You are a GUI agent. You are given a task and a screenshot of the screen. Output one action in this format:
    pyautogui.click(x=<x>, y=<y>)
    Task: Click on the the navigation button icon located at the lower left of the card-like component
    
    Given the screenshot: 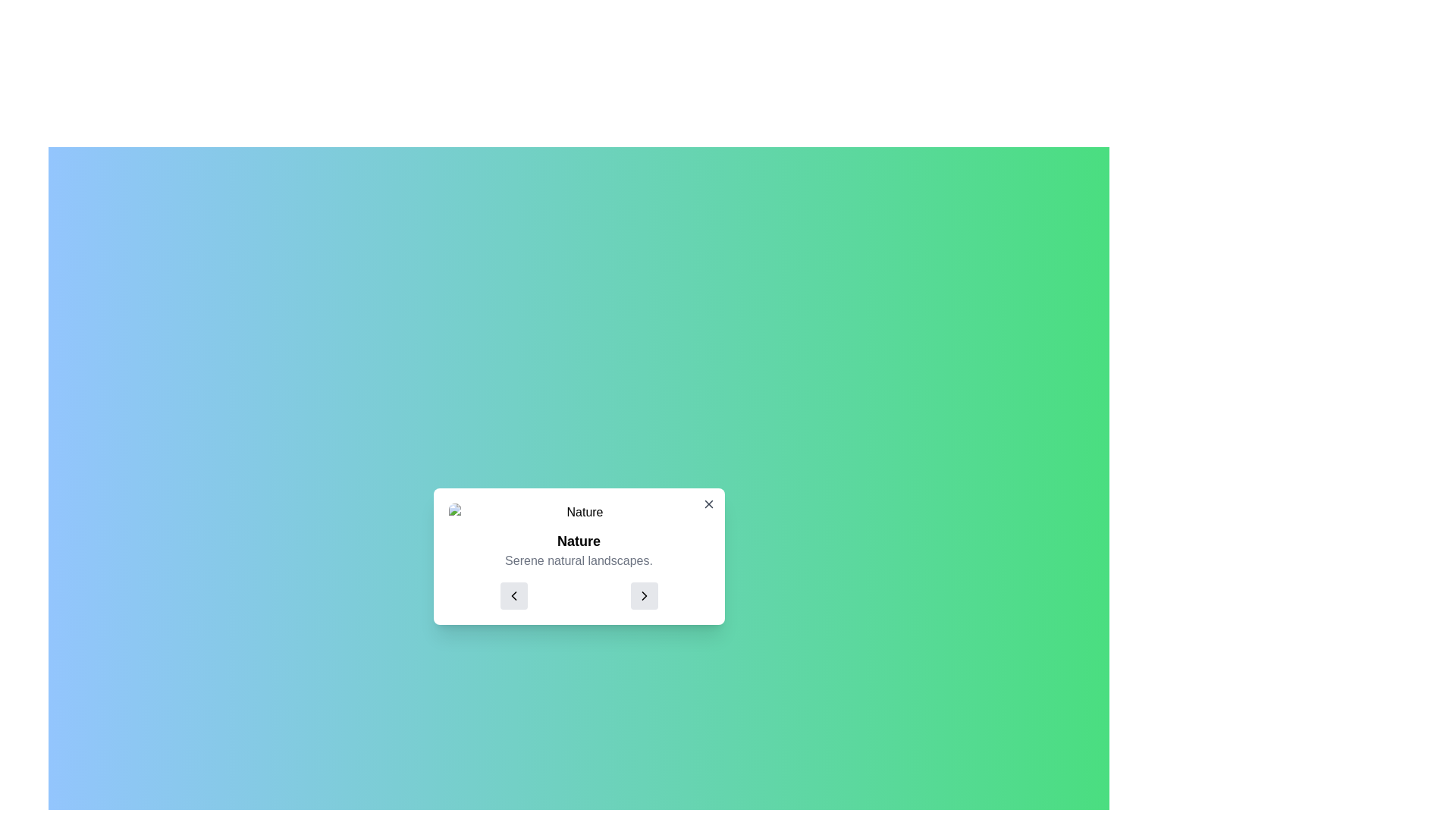 What is the action you would take?
    pyautogui.click(x=513, y=595)
    